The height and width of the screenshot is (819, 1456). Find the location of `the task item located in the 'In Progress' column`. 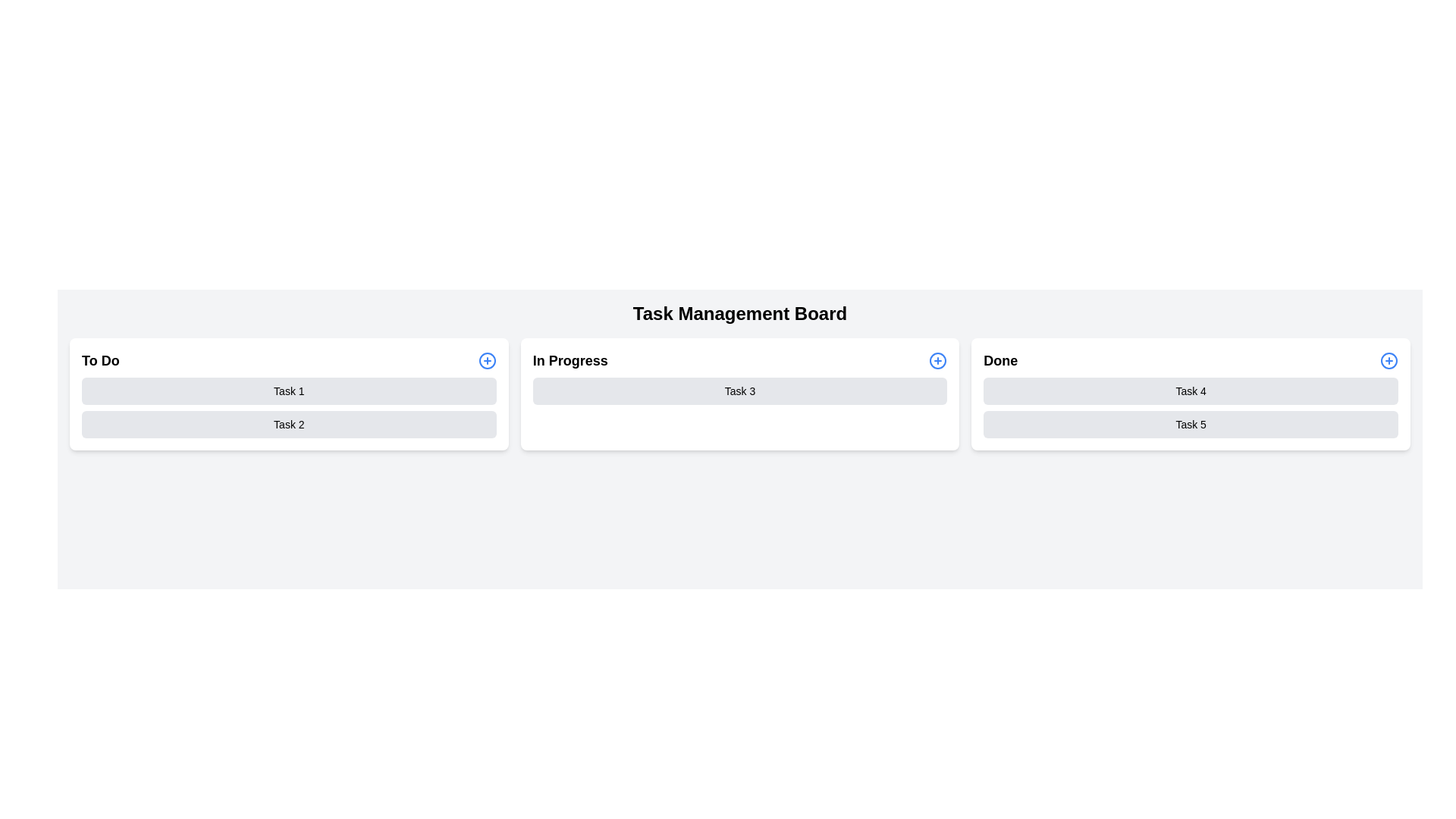

the task item located in the 'In Progress' column is located at coordinates (739, 394).